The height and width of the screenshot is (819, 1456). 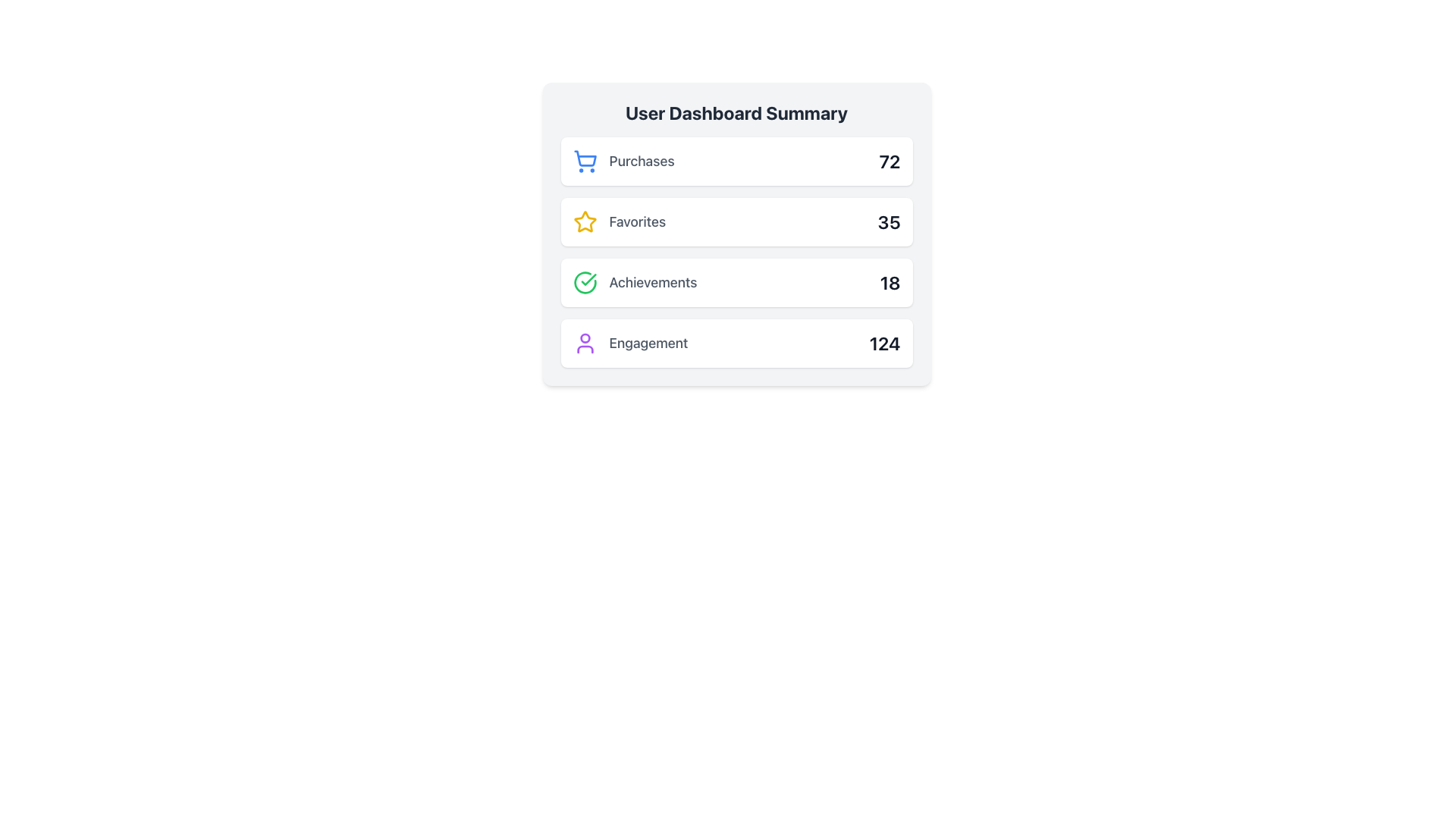 What do you see at coordinates (584, 283) in the screenshot?
I see `the green SVG circle-check icon located in the third row of the 'User Dashboard Summary' component` at bounding box center [584, 283].